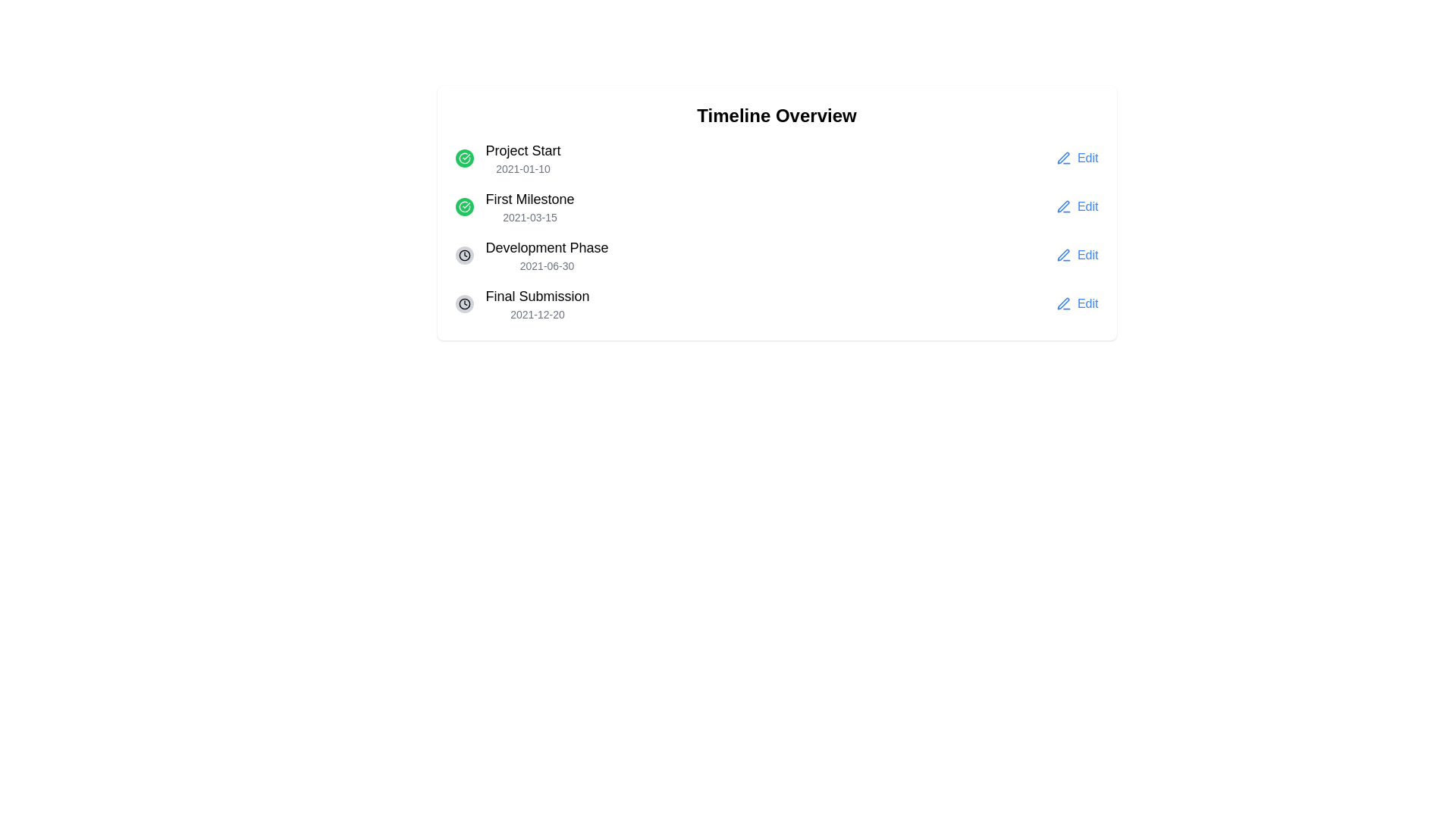  I want to click on the icon indicating the successful completion of the 'Project Start' milestone, which is aligned with the 'Project Start' text in the 'Timeline Overview' section, so click(463, 158).